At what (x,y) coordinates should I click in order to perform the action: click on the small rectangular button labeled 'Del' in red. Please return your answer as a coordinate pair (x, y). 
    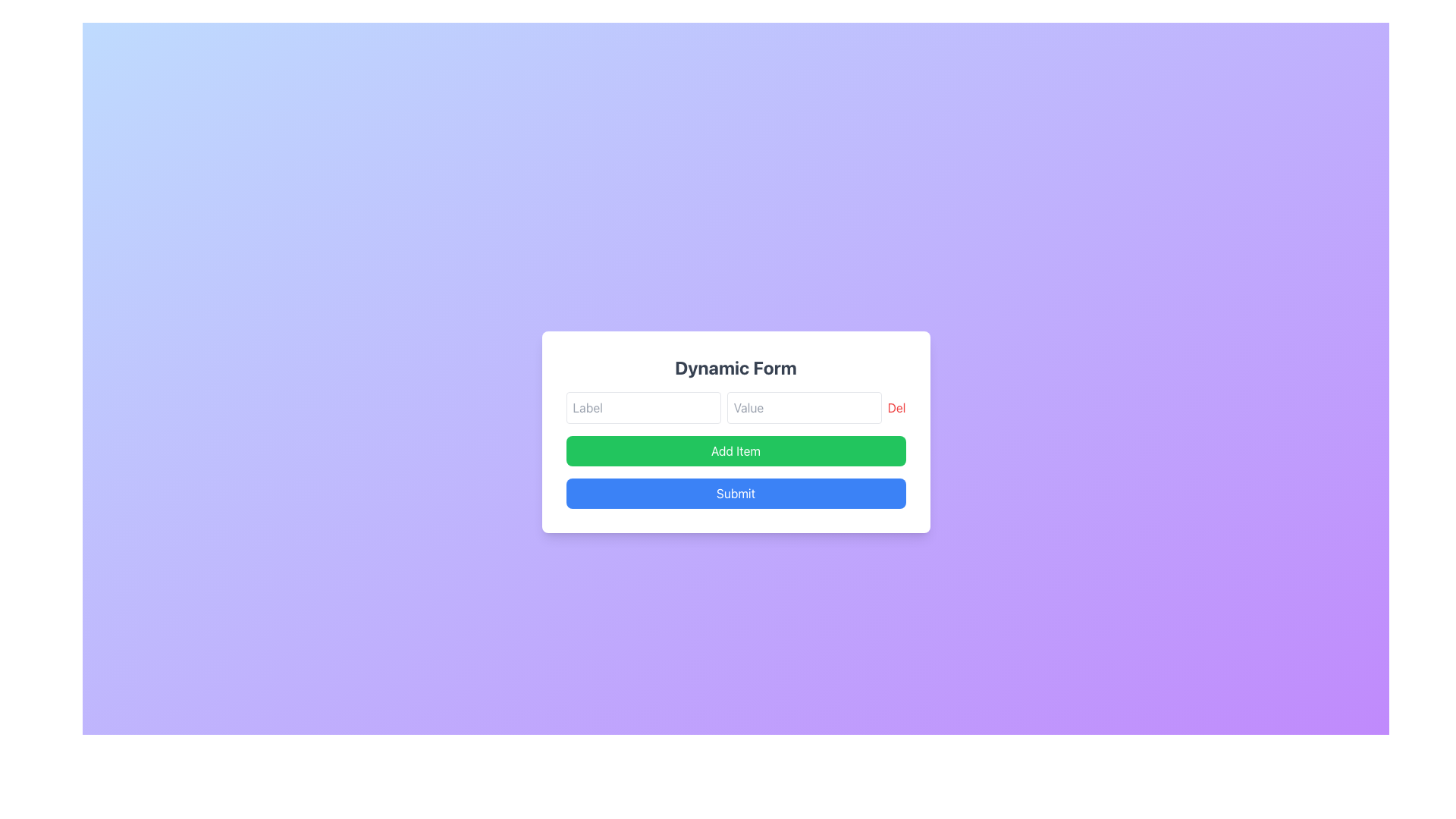
    Looking at the image, I should click on (896, 406).